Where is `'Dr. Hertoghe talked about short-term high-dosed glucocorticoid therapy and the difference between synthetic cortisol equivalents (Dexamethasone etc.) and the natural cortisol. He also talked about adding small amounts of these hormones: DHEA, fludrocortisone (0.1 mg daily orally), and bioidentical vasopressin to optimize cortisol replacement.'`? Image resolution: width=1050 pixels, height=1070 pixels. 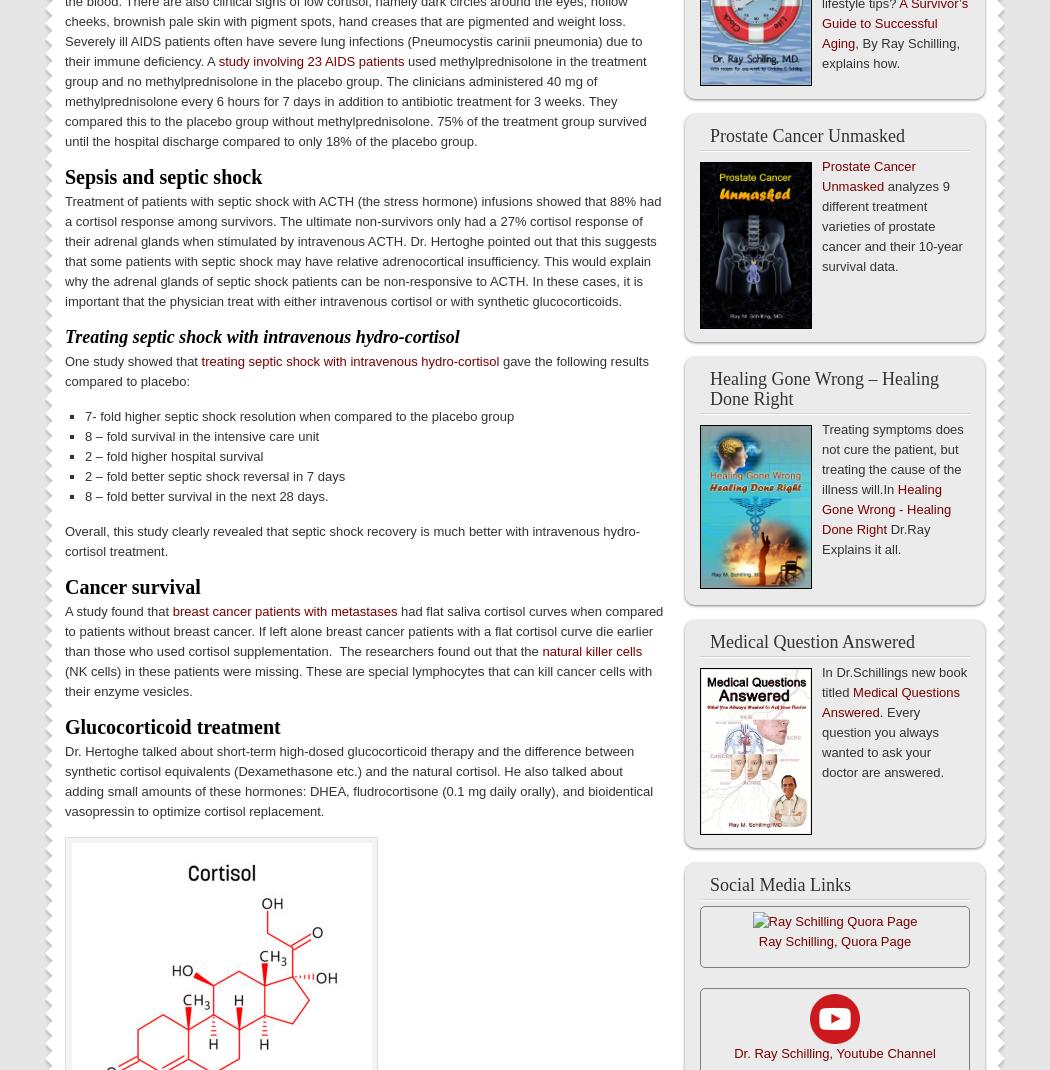 'Dr. Hertoghe talked about short-term high-dosed glucocorticoid therapy and the difference between synthetic cortisol equivalents (Dexamethasone etc.) and the natural cortisol. He also talked about adding small amounts of these hormones: DHEA, fludrocortisone (0.1 mg daily orally), and bioidentical vasopressin to optimize cortisol replacement.' is located at coordinates (357, 780).